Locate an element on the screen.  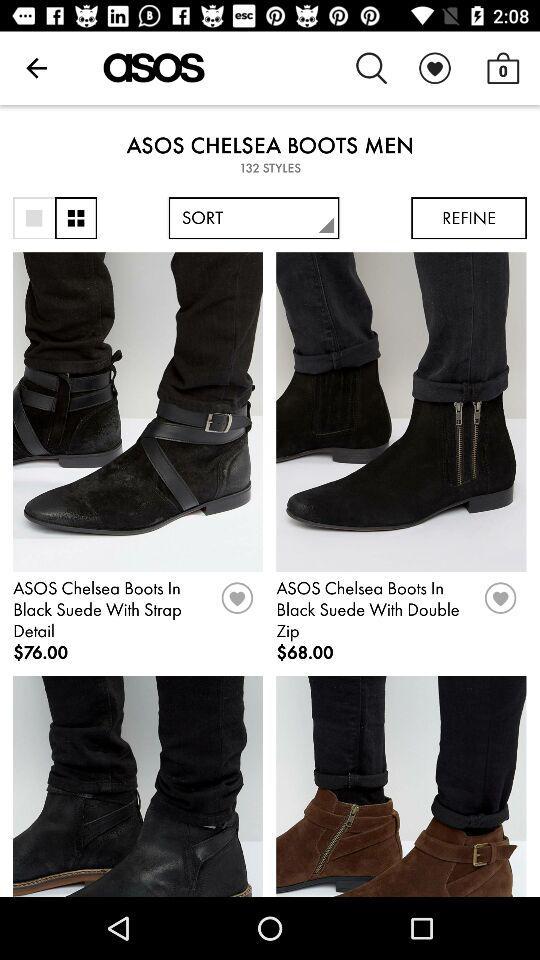
change view to multiple is located at coordinates (75, 218).